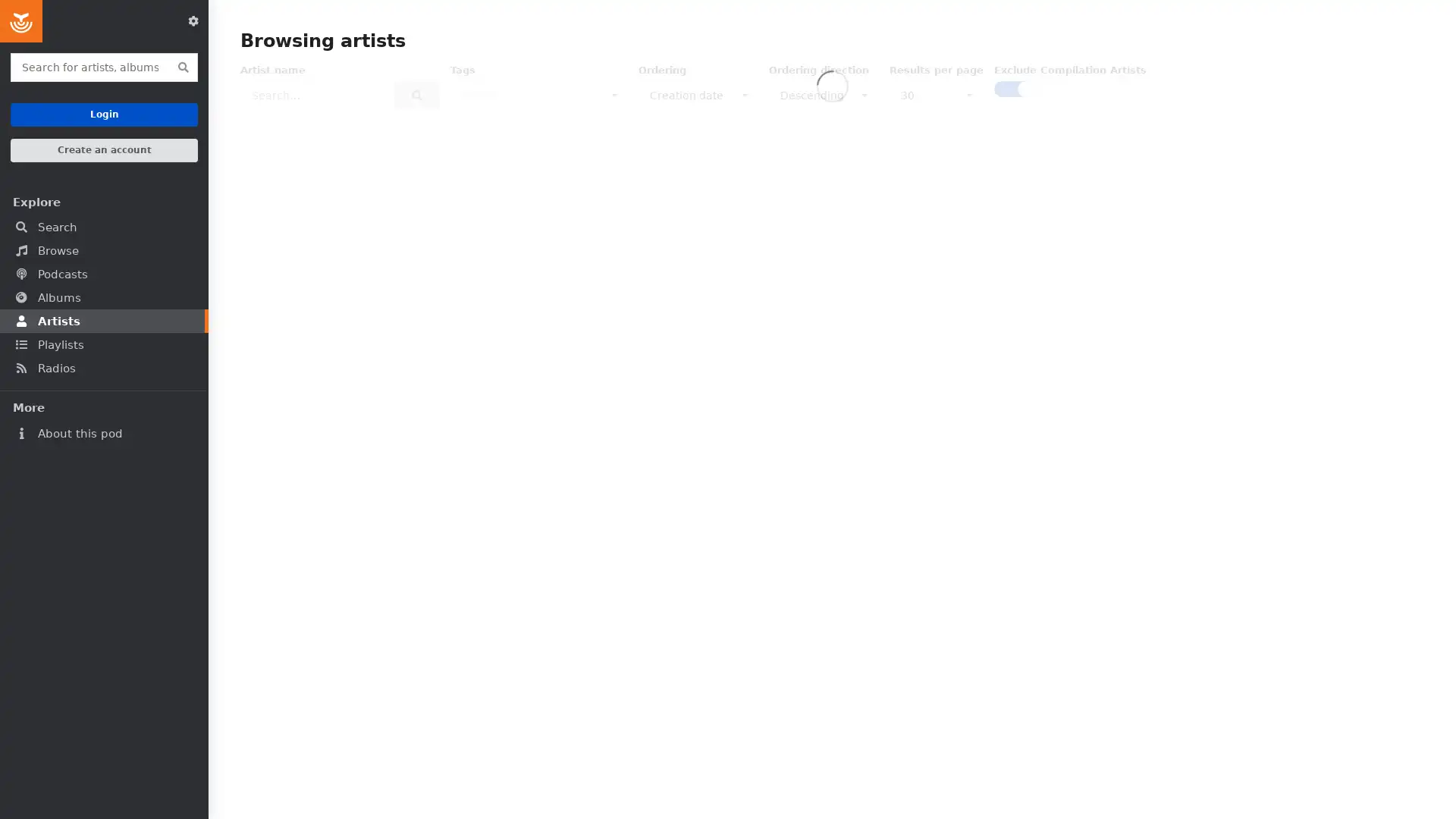 The height and width of the screenshot is (819, 1456). I want to click on Play artist, so click(367, 522).